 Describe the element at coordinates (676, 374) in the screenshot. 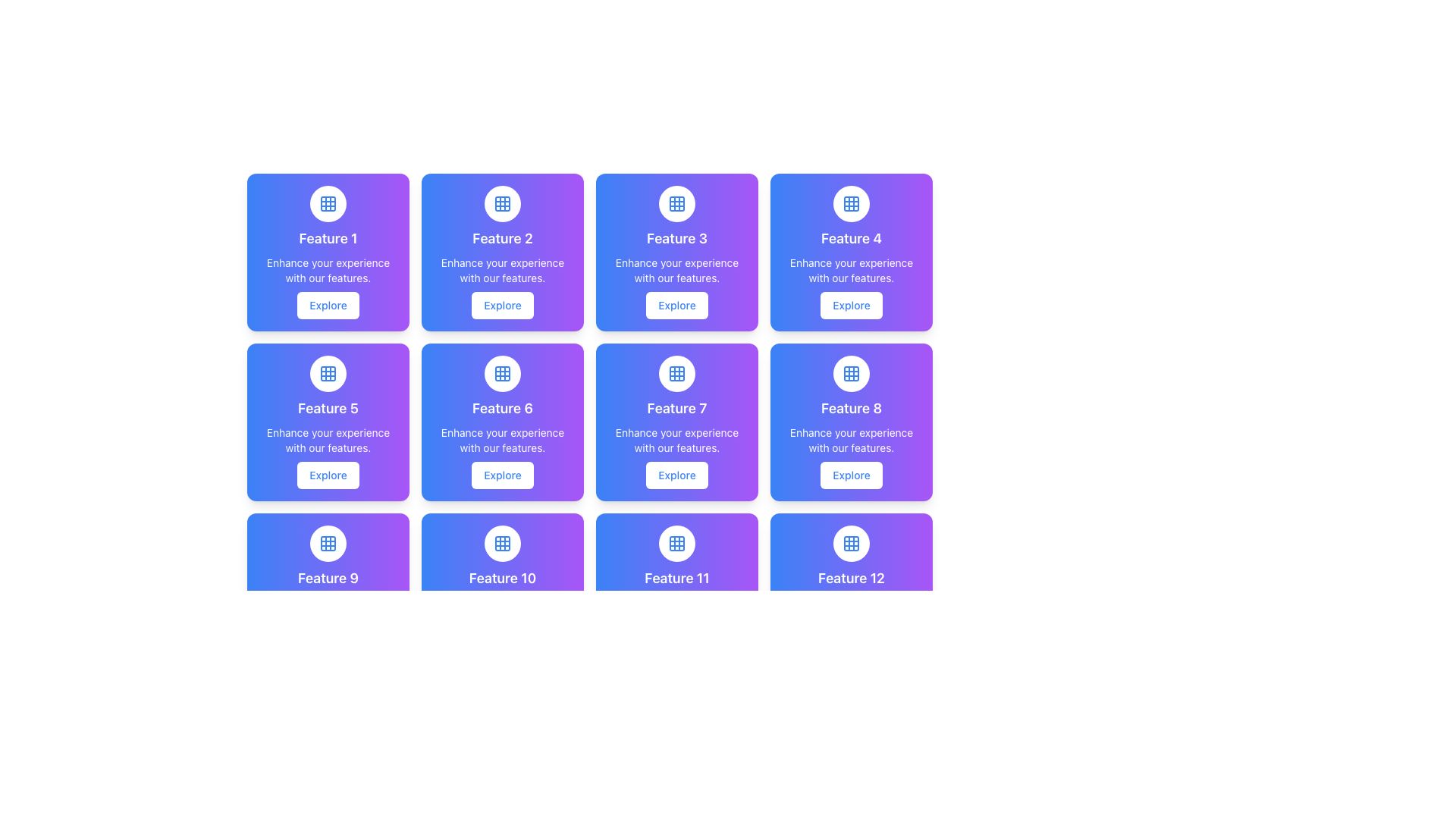

I see `the grid icon encapsulated within the blue circular button at the top of the 'Feature 7' card` at that location.